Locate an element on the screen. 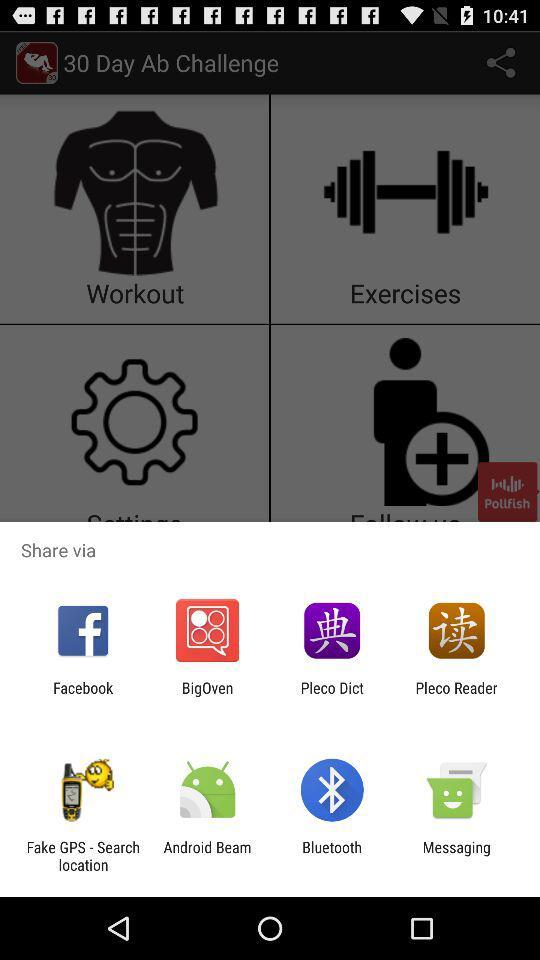 The height and width of the screenshot is (960, 540). the item to the right of the bluetooth item is located at coordinates (456, 855).